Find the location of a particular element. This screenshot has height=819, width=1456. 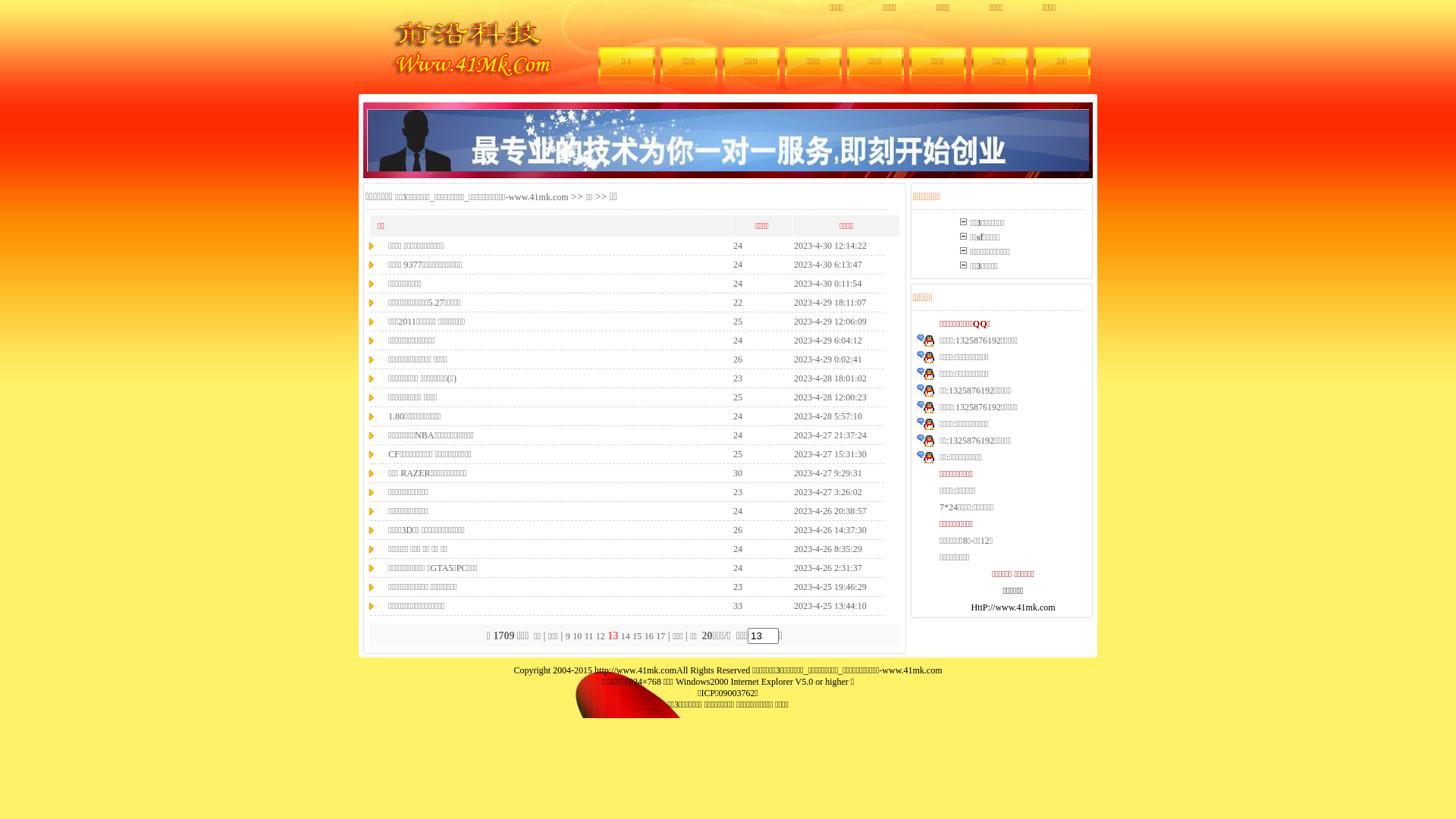

'2023-4-28 18:01:02' is located at coordinates (829, 377).